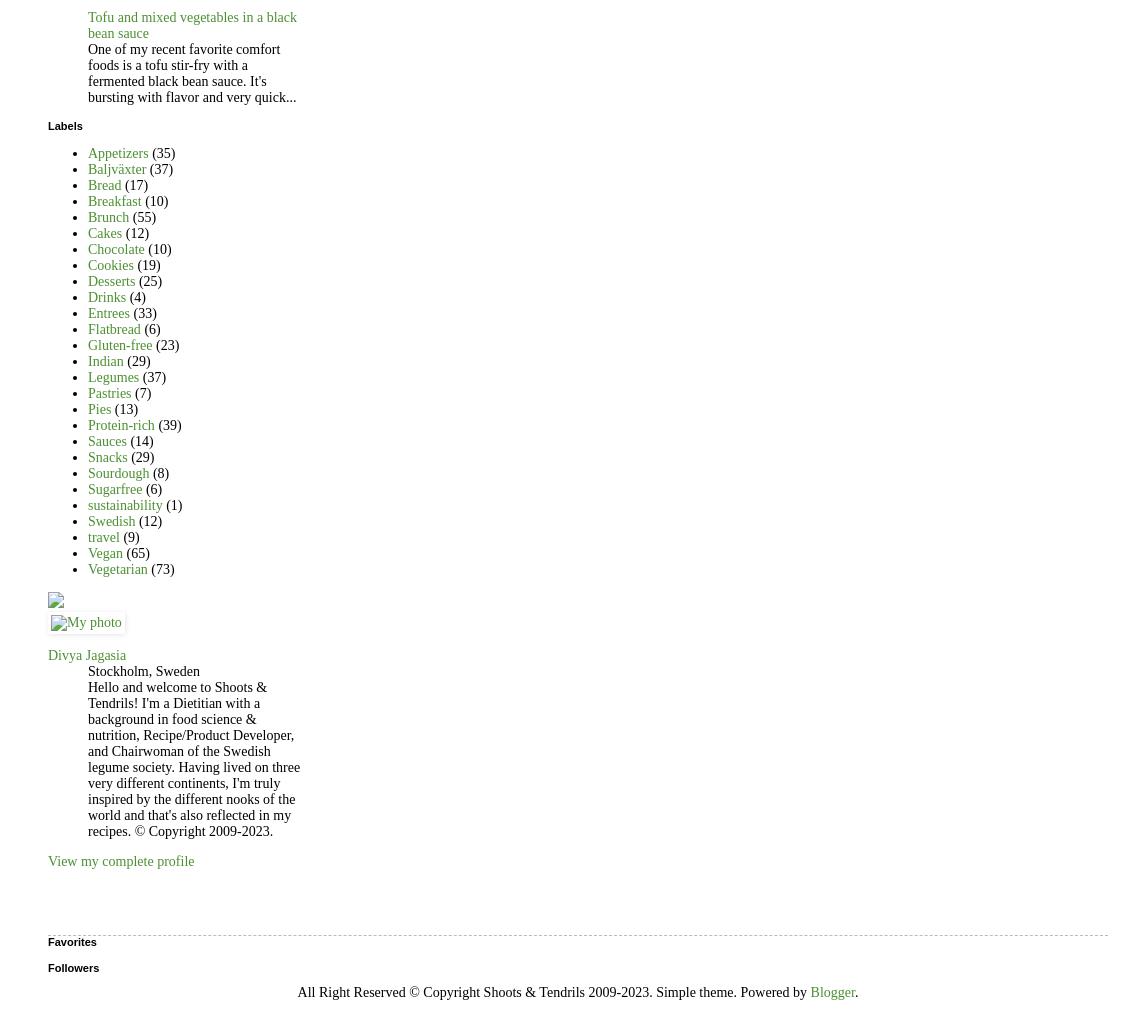  Describe the element at coordinates (150, 279) in the screenshot. I see `'(25)'` at that location.